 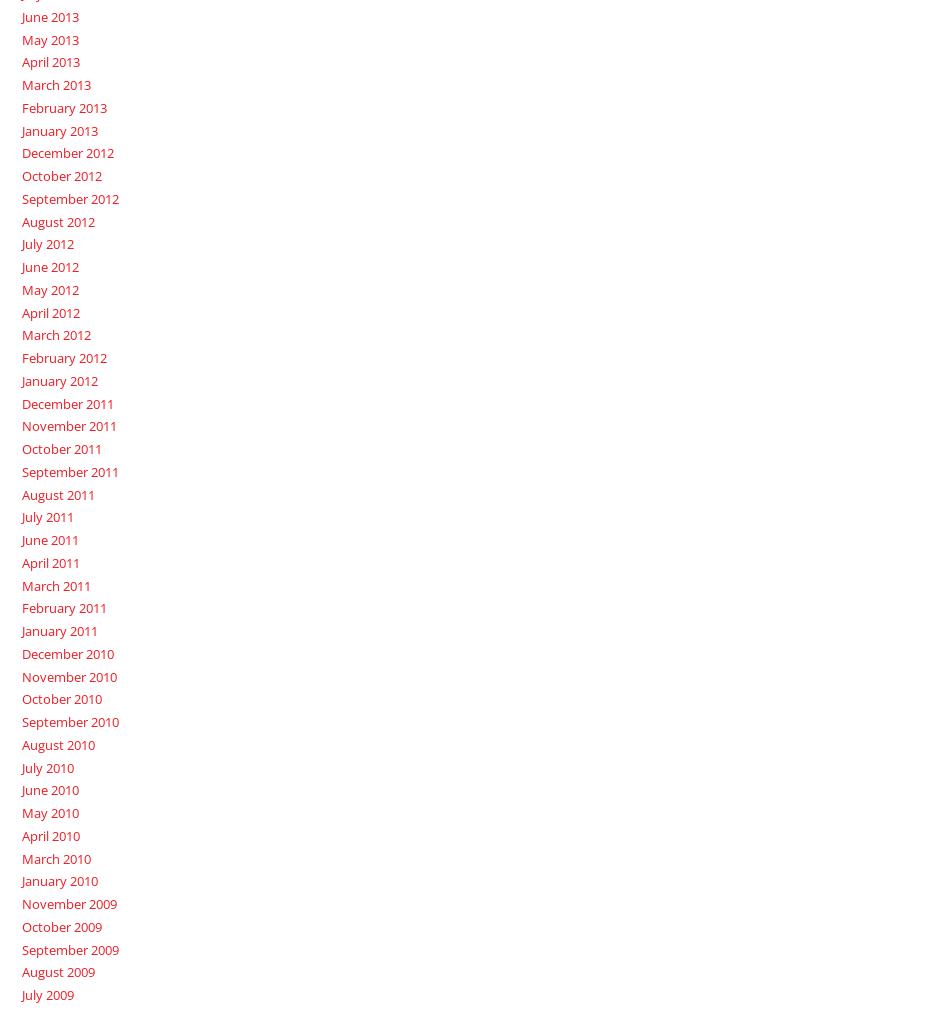 I want to click on 'February 2012', so click(x=63, y=356).